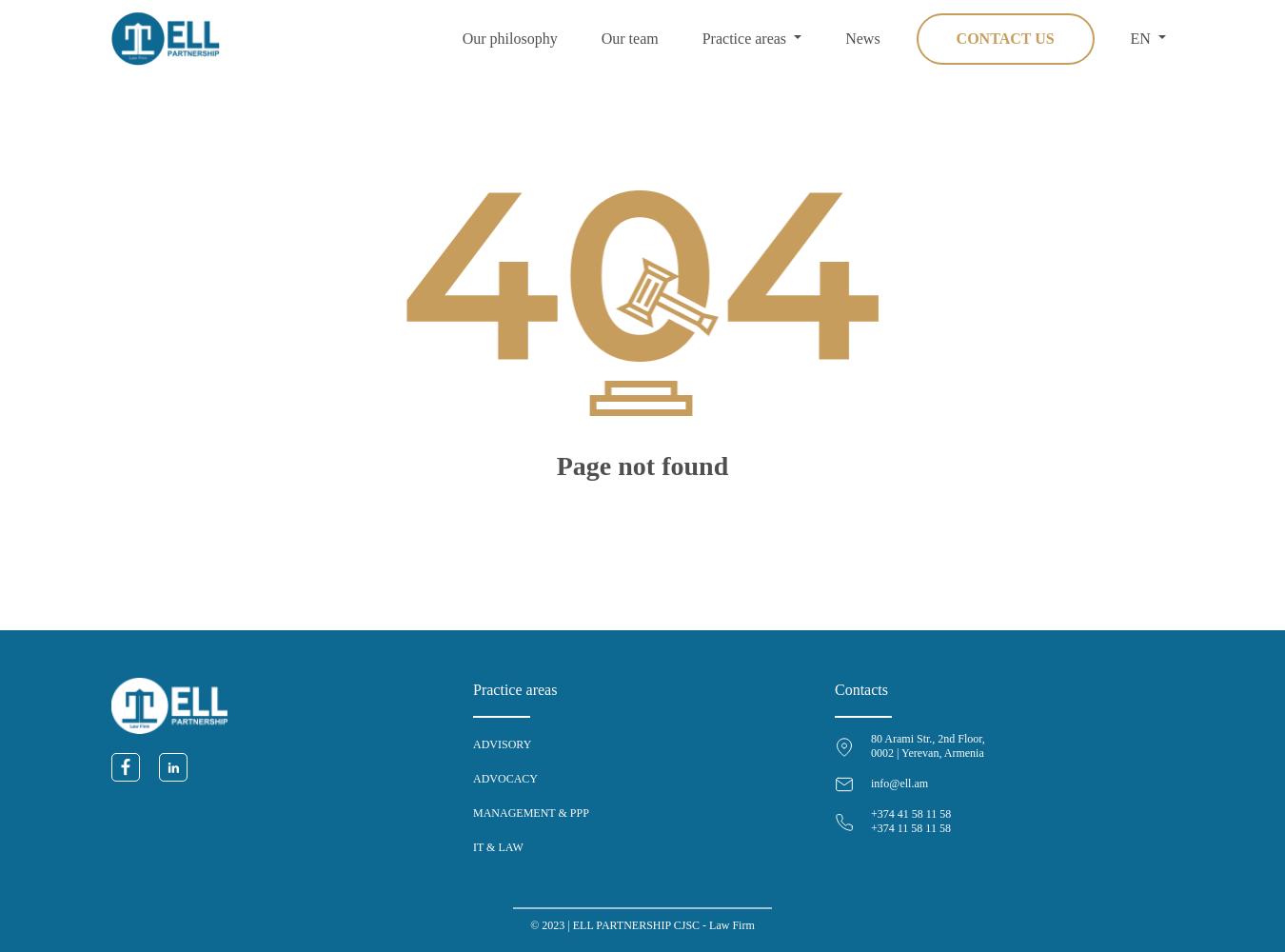 The height and width of the screenshot is (952, 1285). I want to click on 'Our philosophy', so click(508, 37).